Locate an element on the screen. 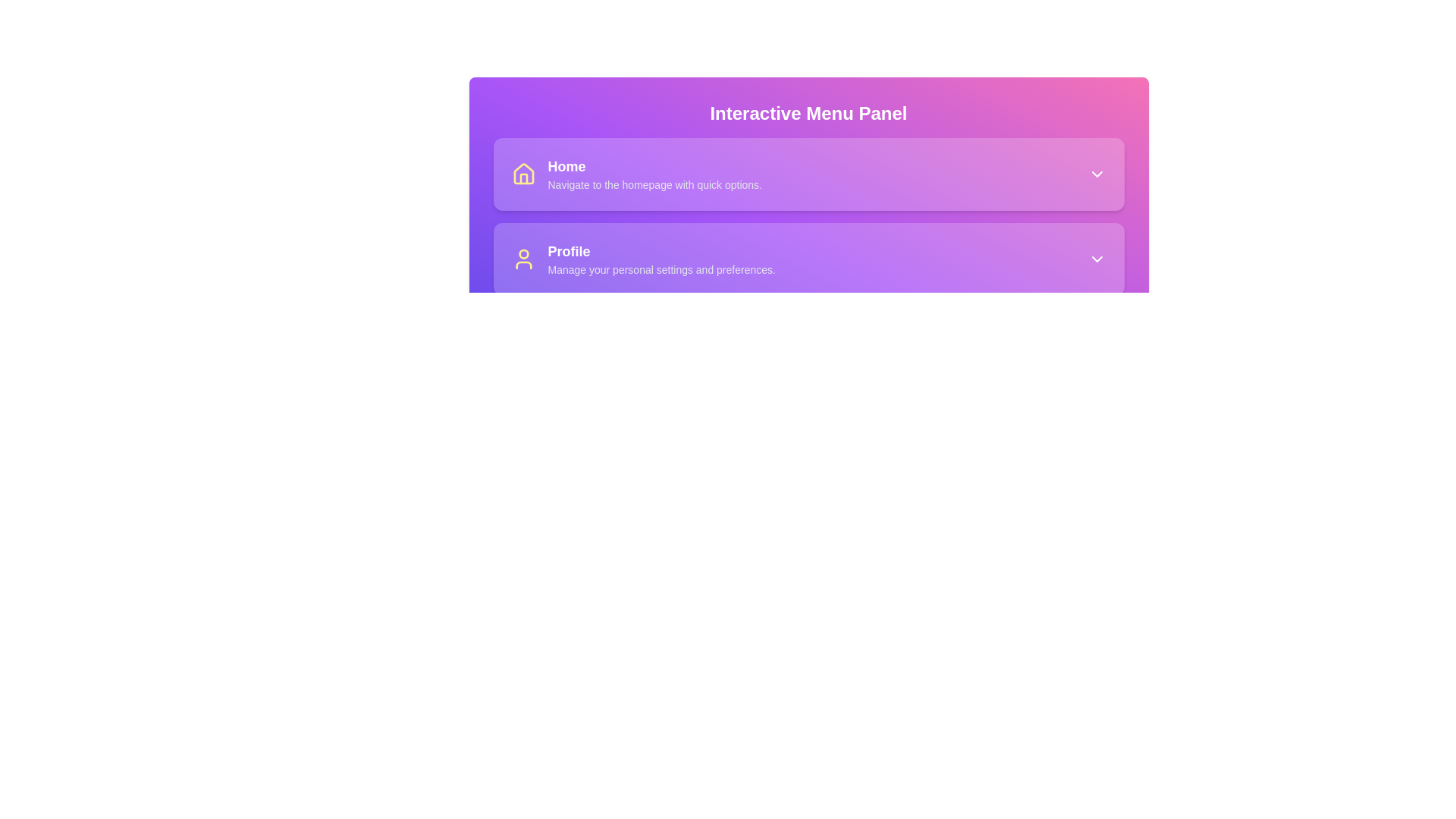  the first menu item in the 'Interactive Menu Panel' is located at coordinates (636, 174).